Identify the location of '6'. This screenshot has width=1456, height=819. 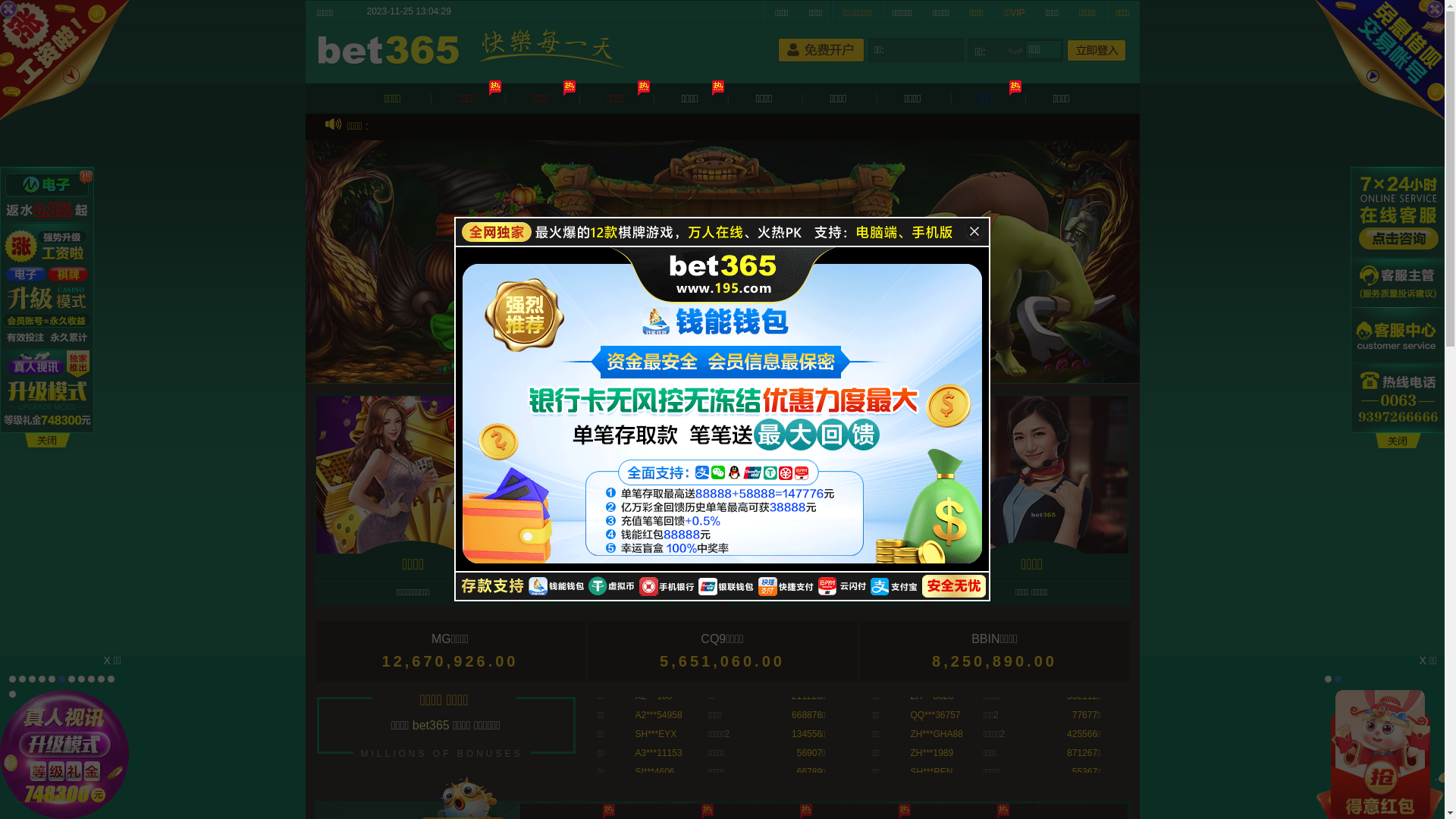
(58, 678).